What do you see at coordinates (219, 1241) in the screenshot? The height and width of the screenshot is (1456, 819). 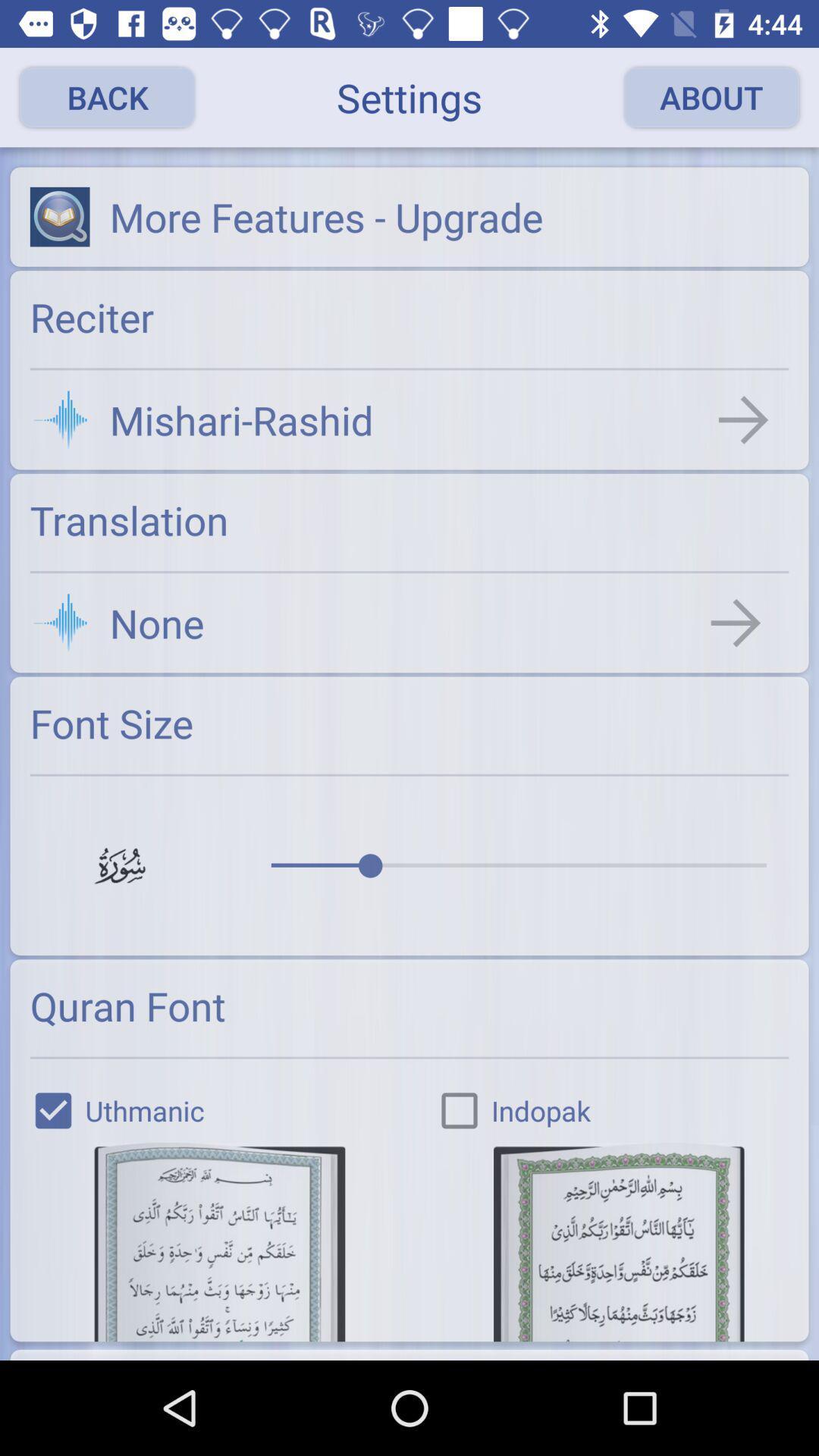 I see `uthmanic font` at bounding box center [219, 1241].